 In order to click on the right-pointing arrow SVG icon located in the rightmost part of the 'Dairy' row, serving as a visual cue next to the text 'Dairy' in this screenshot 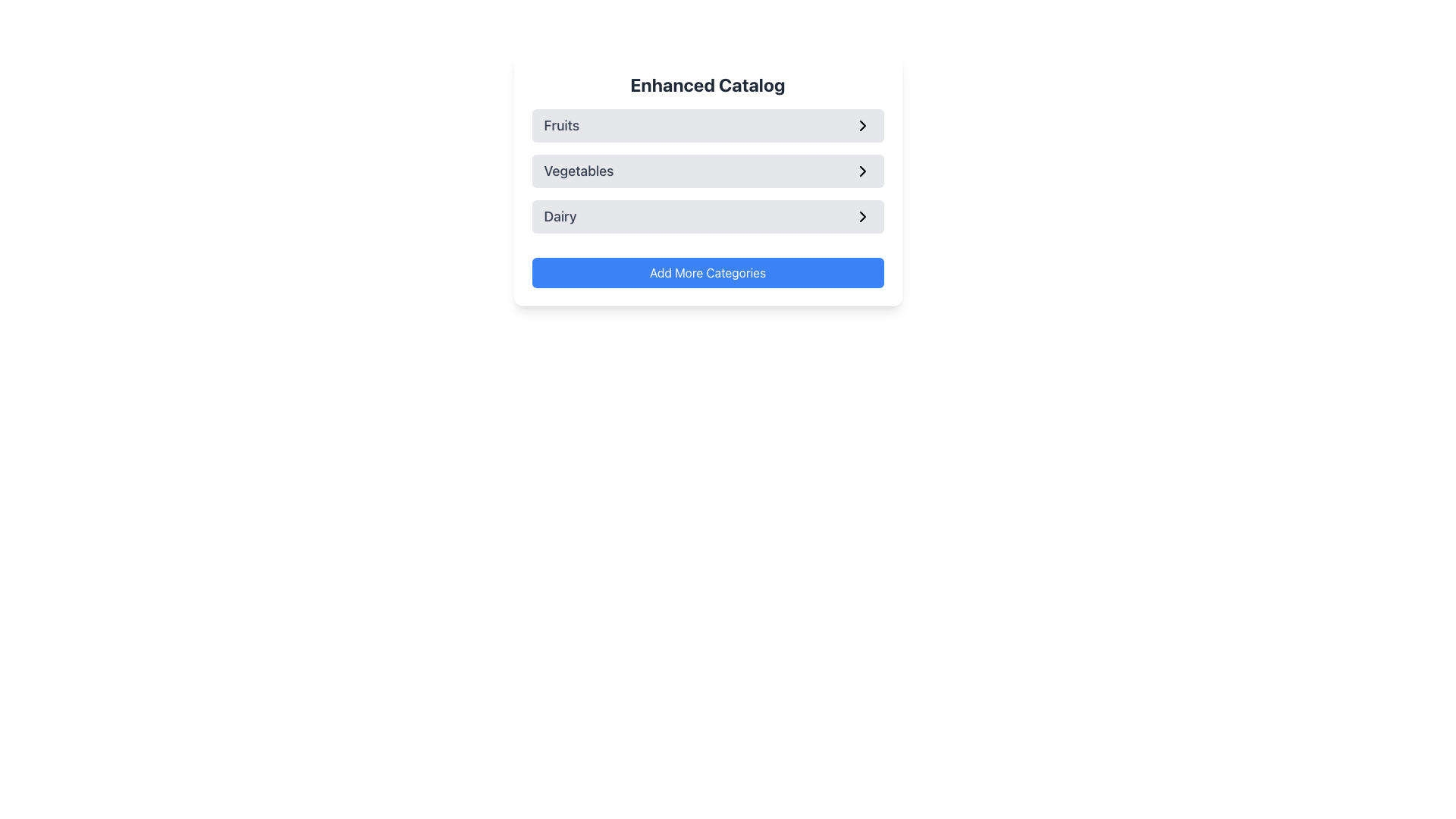, I will do `click(862, 216)`.